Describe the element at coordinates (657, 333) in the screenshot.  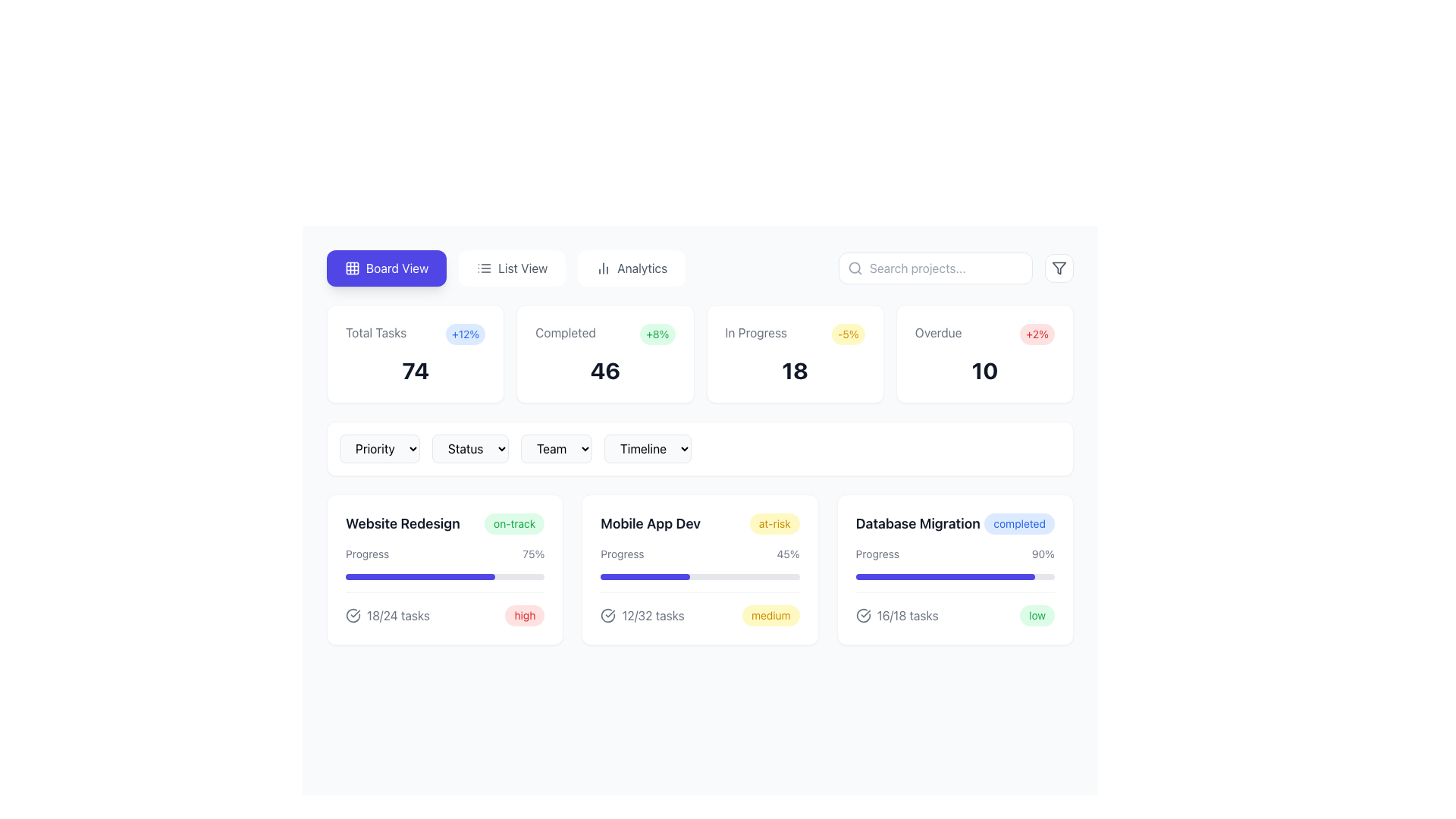
I see `the green status badge labeled '+8%' located to the right of the text 'Completed' in the task status layout` at that location.